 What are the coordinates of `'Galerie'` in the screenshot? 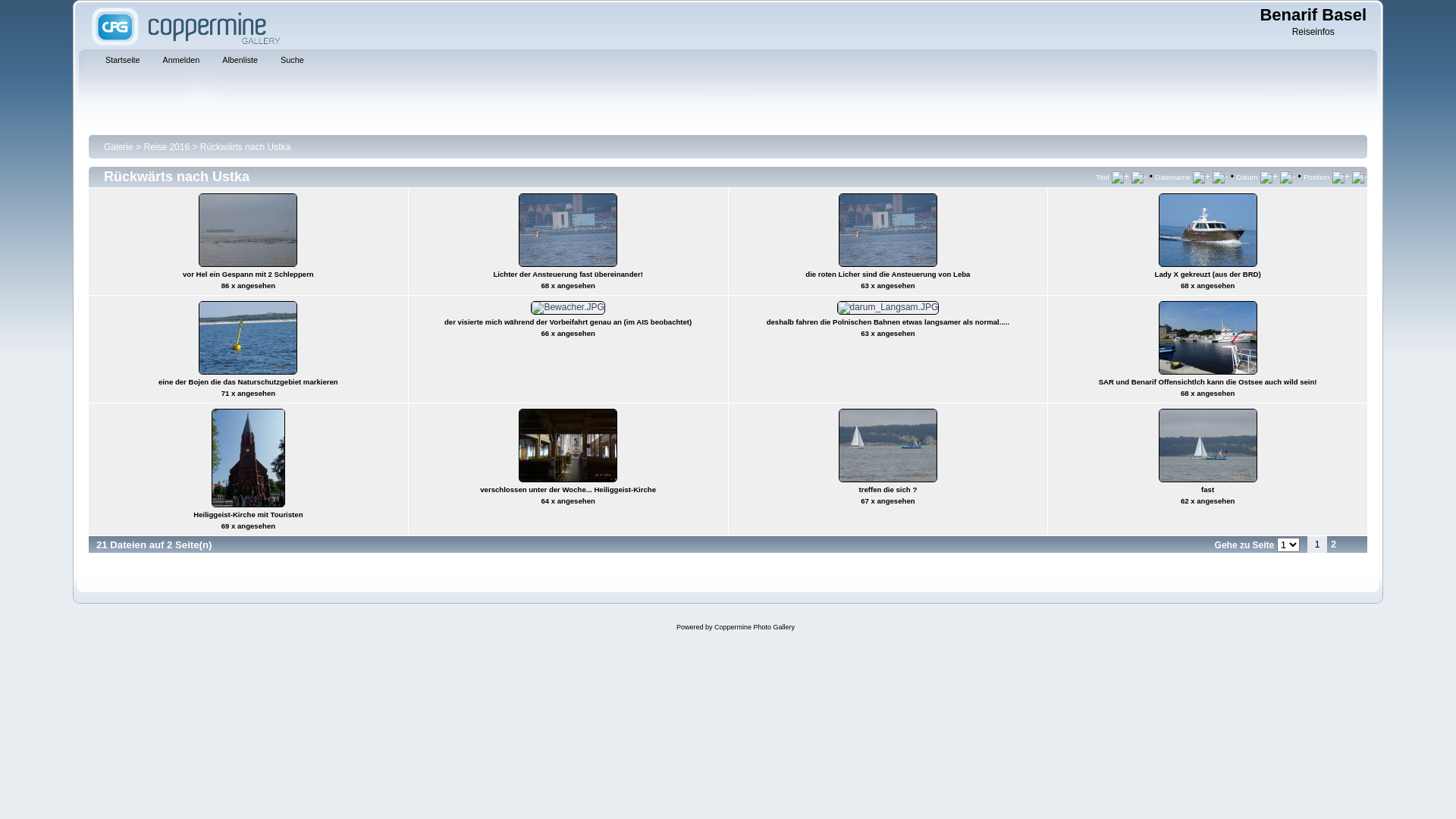 It's located at (118, 146).